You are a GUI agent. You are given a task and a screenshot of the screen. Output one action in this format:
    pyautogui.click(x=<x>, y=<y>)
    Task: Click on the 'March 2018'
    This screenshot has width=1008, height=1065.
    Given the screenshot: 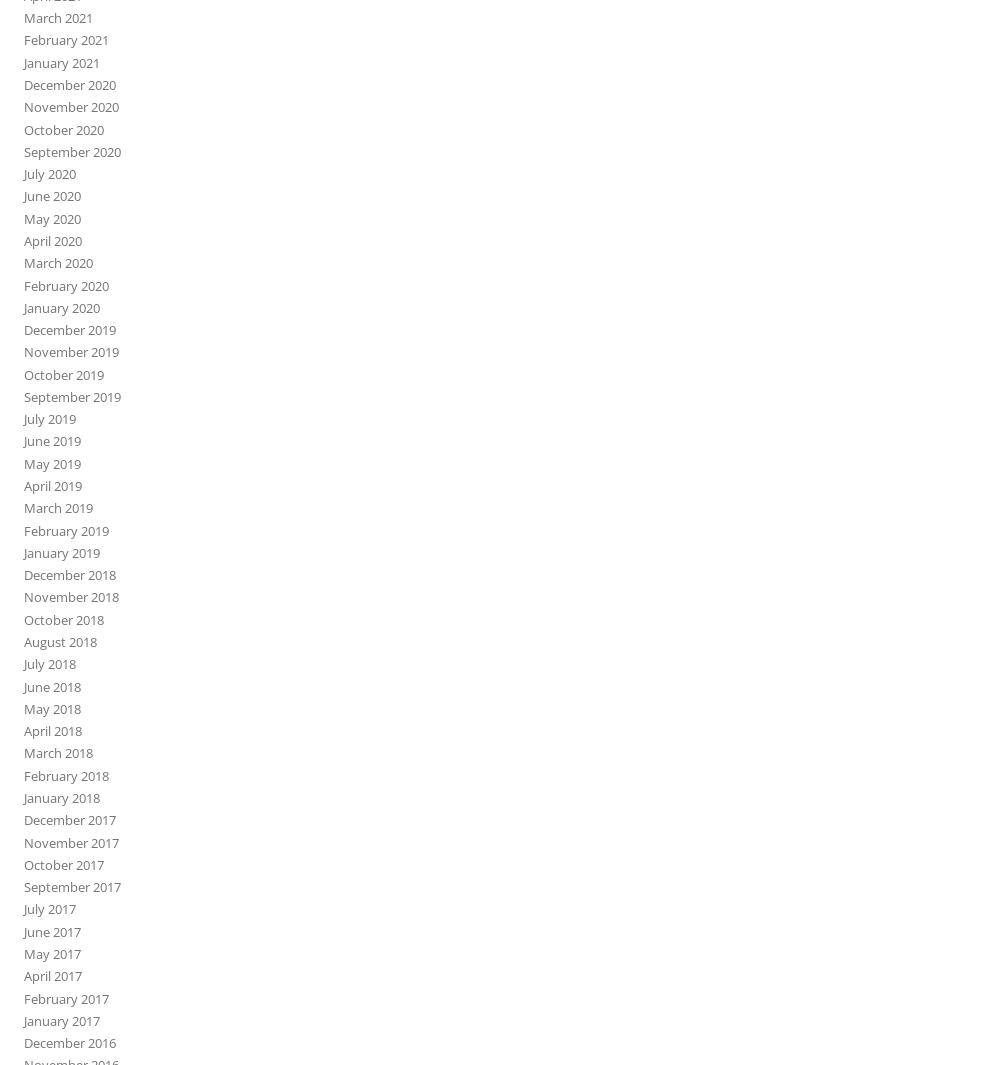 What is the action you would take?
    pyautogui.click(x=58, y=752)
    